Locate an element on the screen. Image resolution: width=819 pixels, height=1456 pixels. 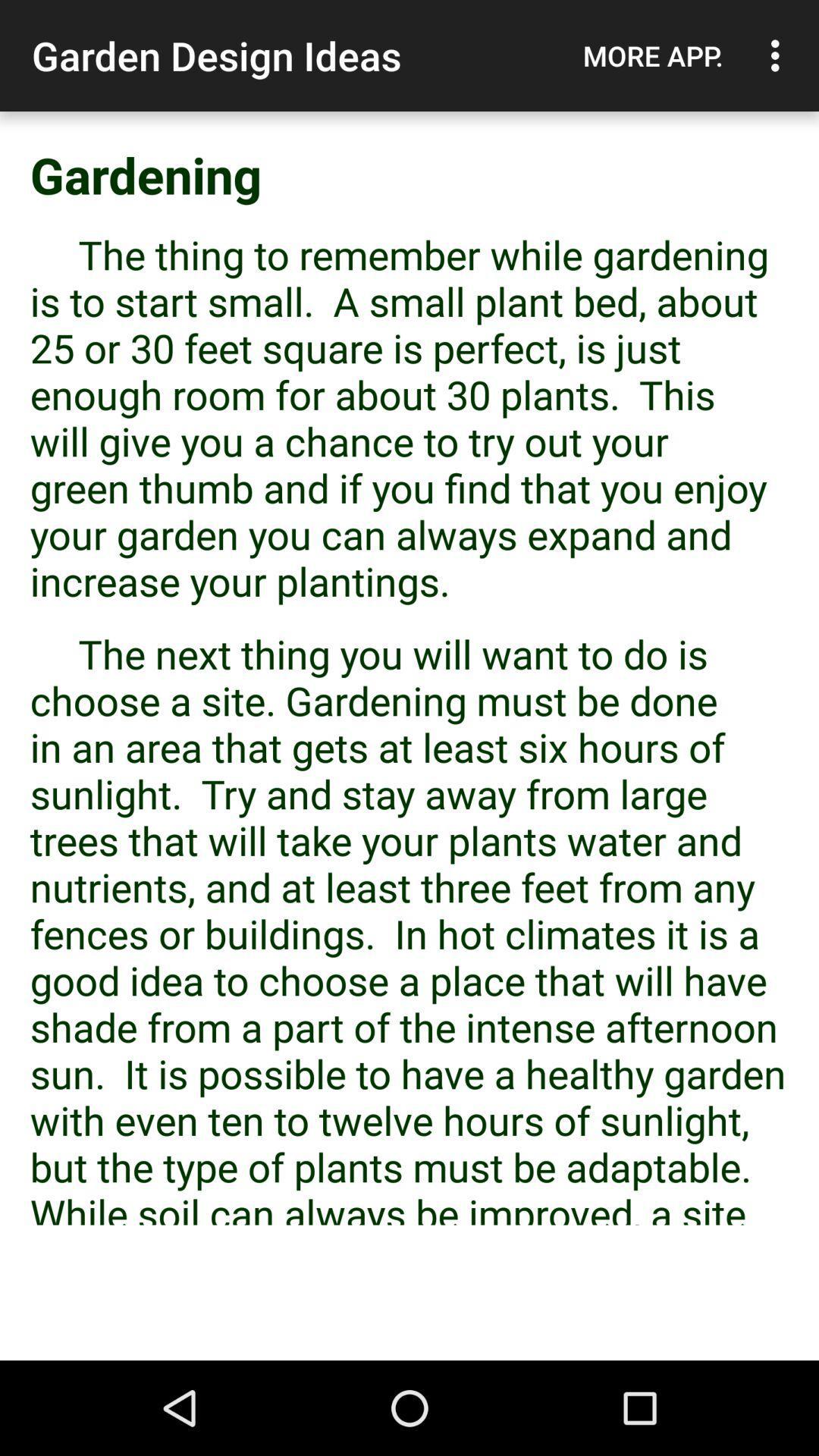
icon to the right of the more app. item is located at coordinates (779, 55).